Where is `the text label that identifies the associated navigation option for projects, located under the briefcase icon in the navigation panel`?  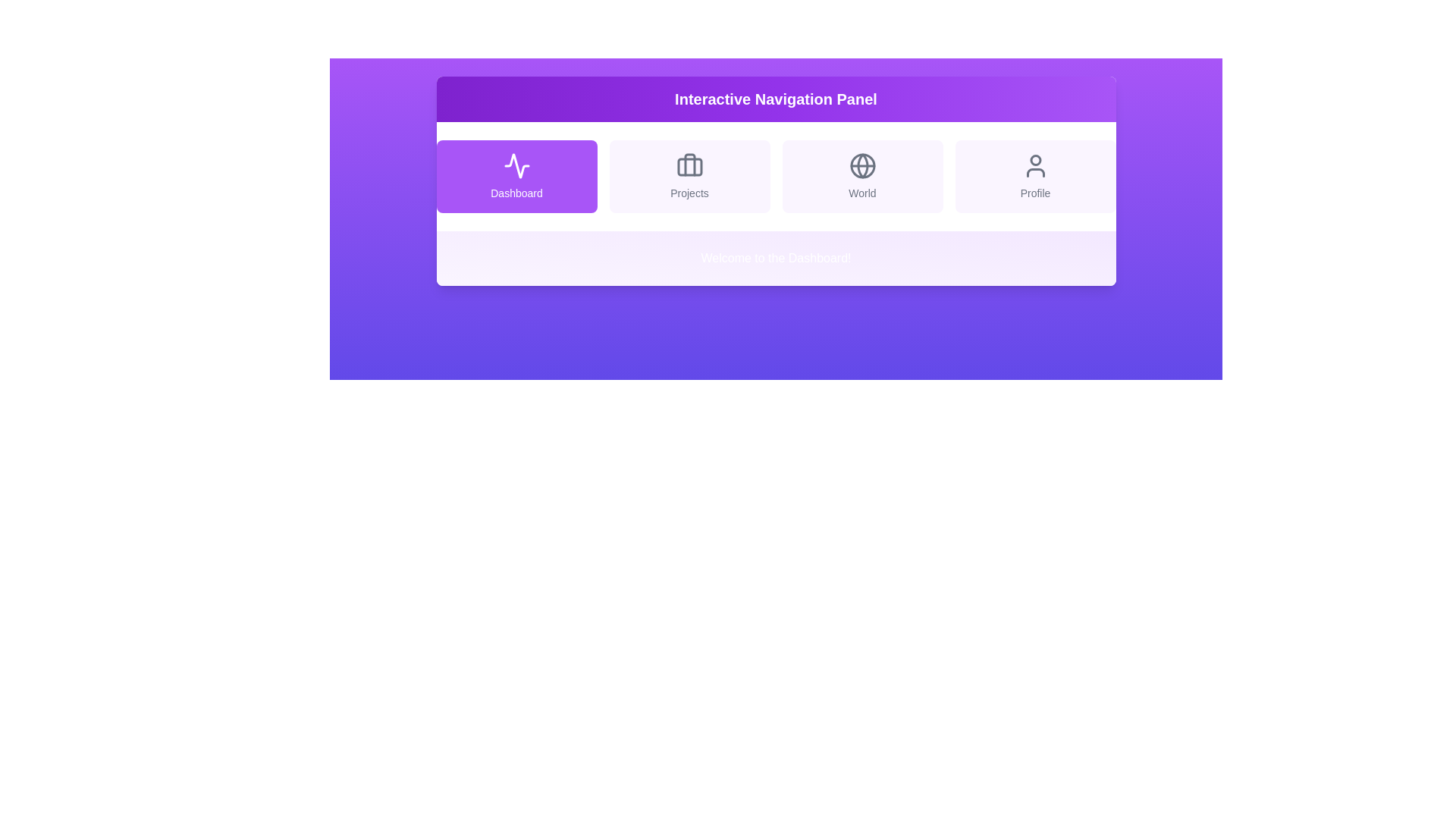 the text label that identifies the associated navigation option for projects, located under the briefcase icon in the navigation panel is located at coordinates (689, 192).